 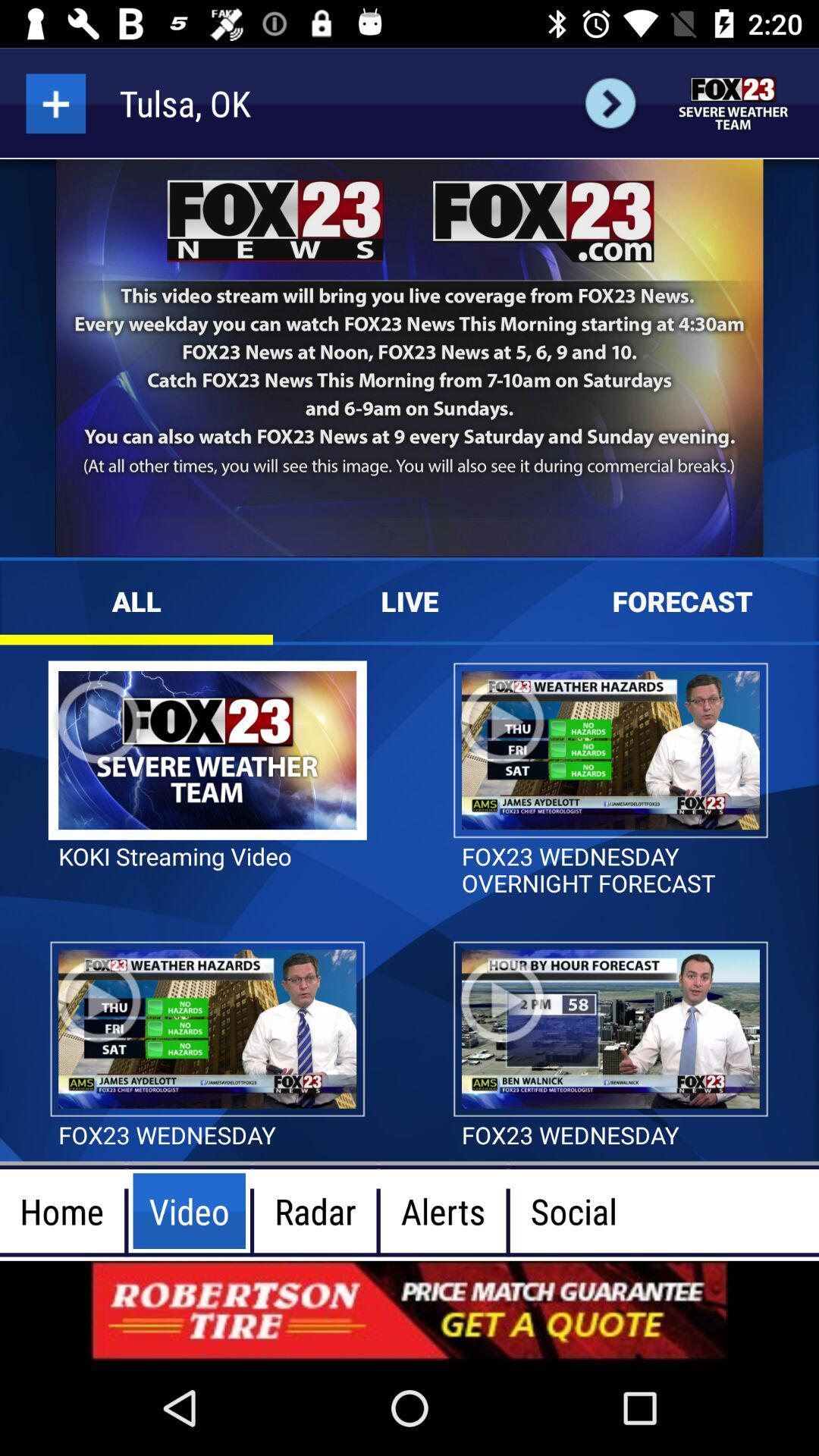 I want to click on the add icon, so click(x=55, y=102).